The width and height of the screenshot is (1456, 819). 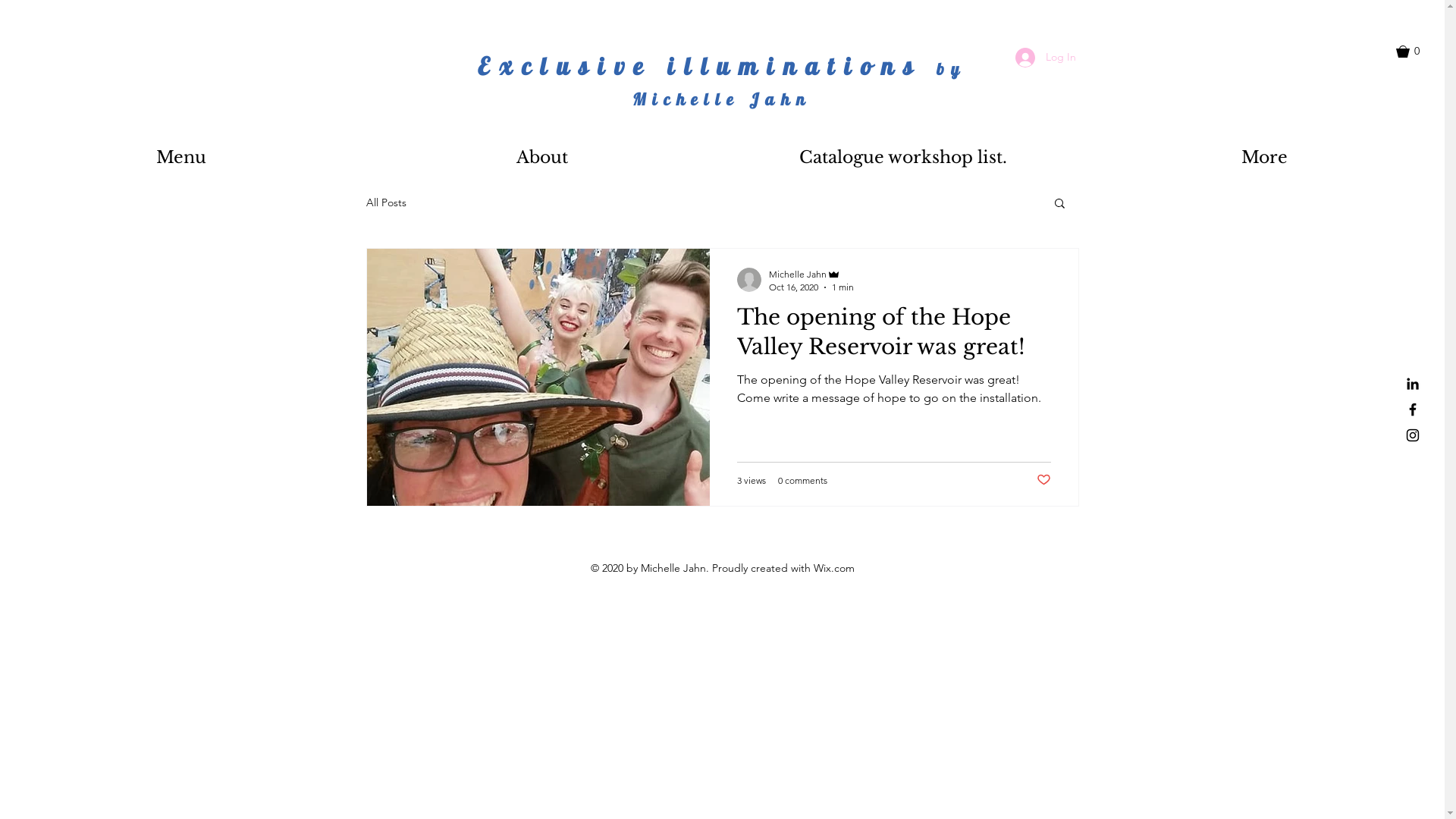 What do you see at coordinates (1043, 57) in the screenshot?
I see `'Log In'` at bounding box center [1043, 57].